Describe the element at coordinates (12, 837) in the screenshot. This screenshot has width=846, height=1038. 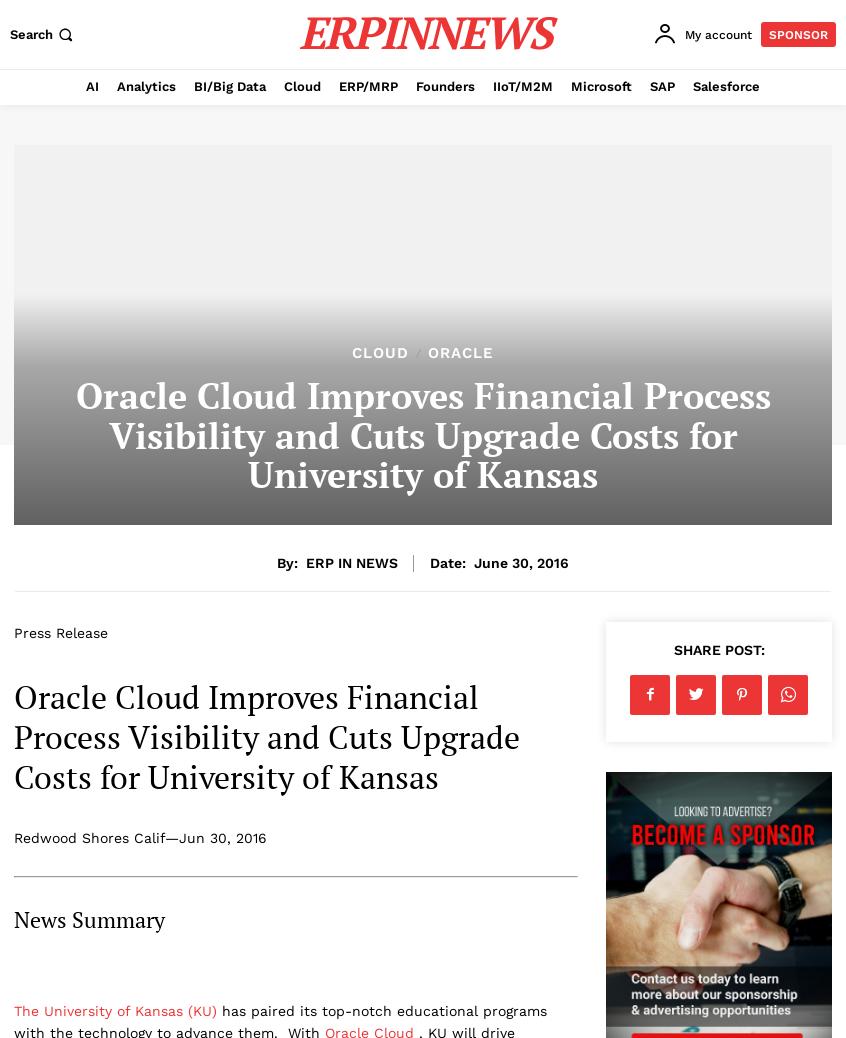
I see `'Redwood Shores Calif—Jun 30, 2016'` at that location.